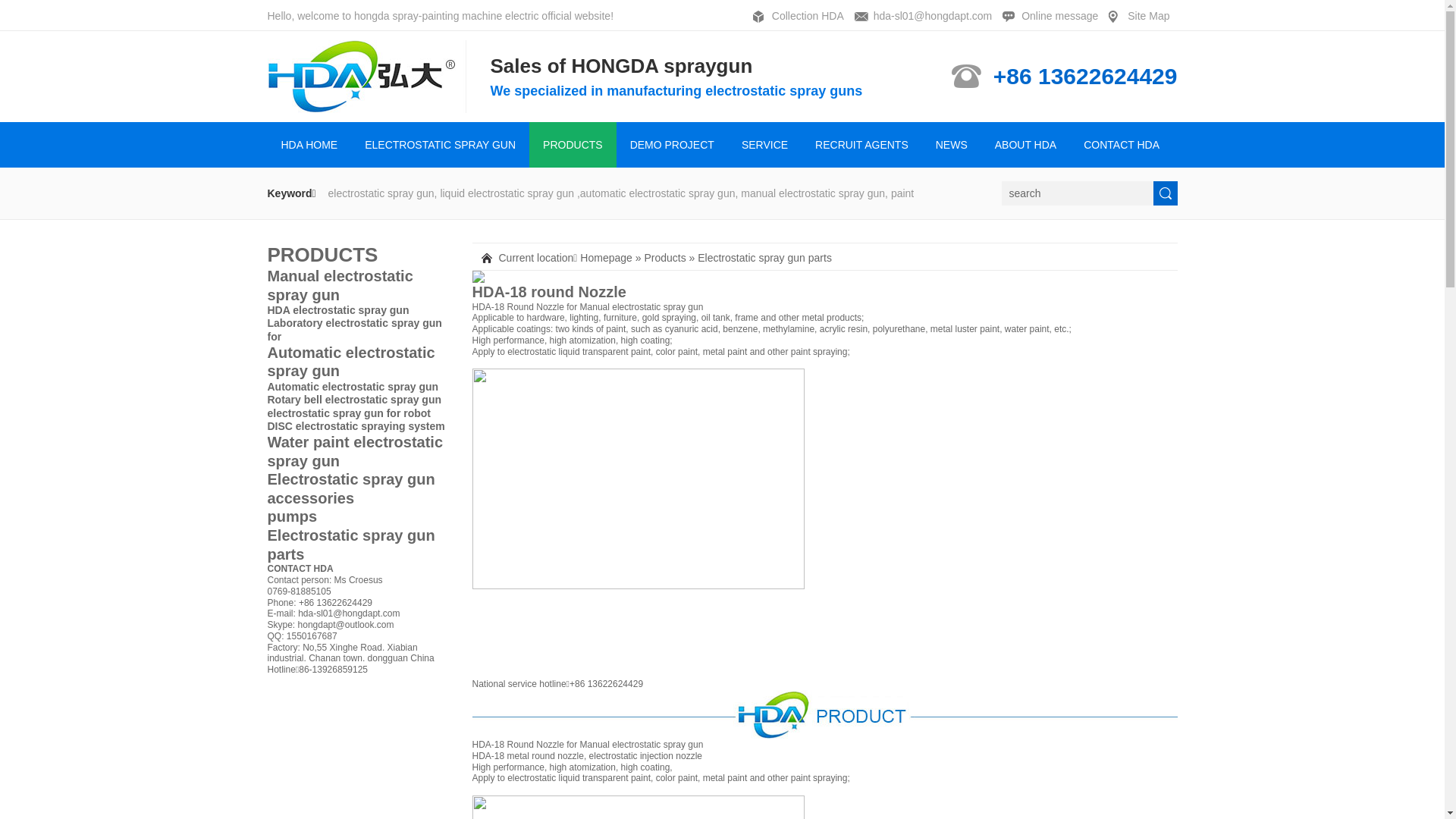  I want to click on 'Site Map', so click(1143, 16).